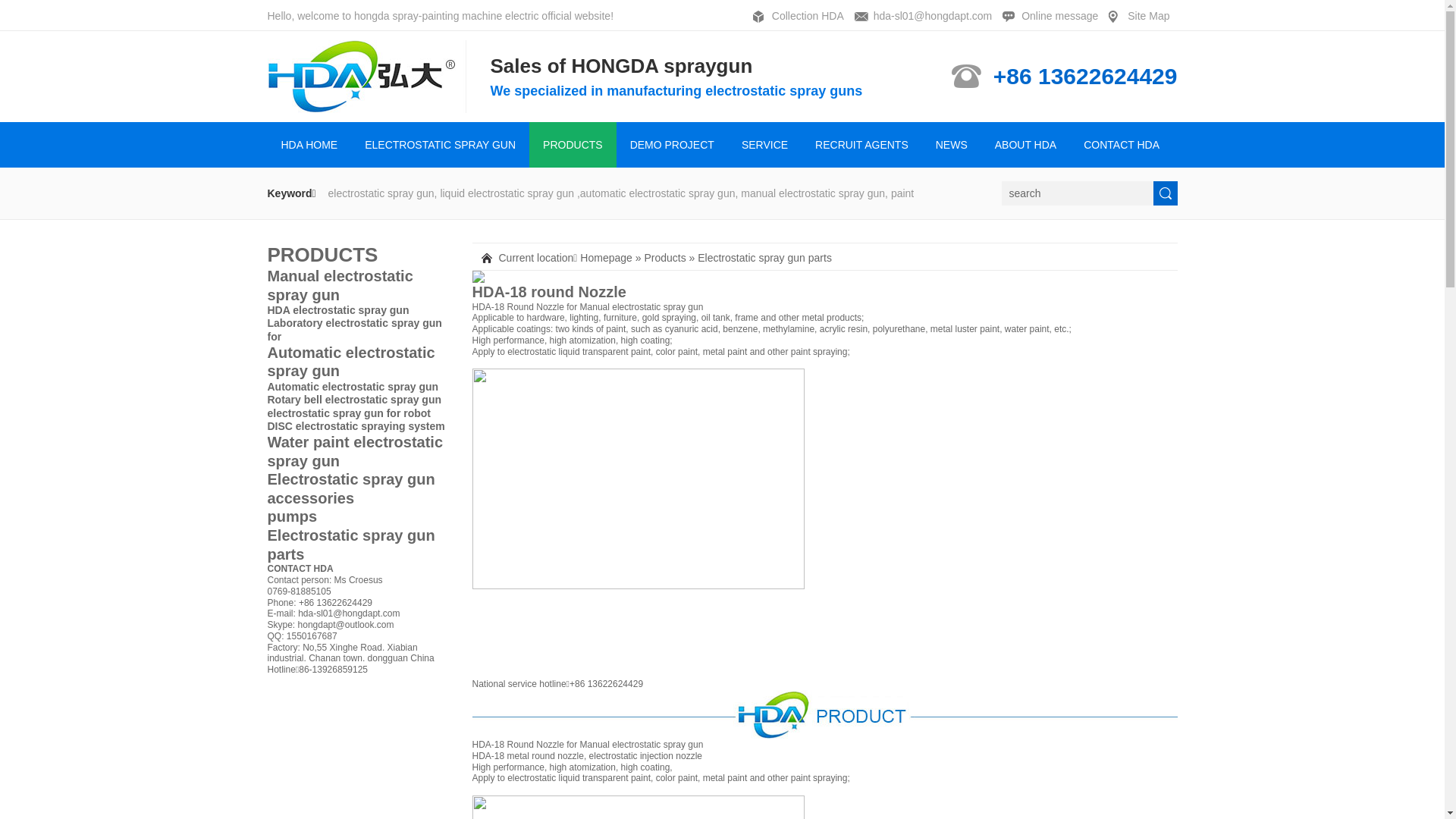  I want to click on 'Site Map', so click(1143, 16).